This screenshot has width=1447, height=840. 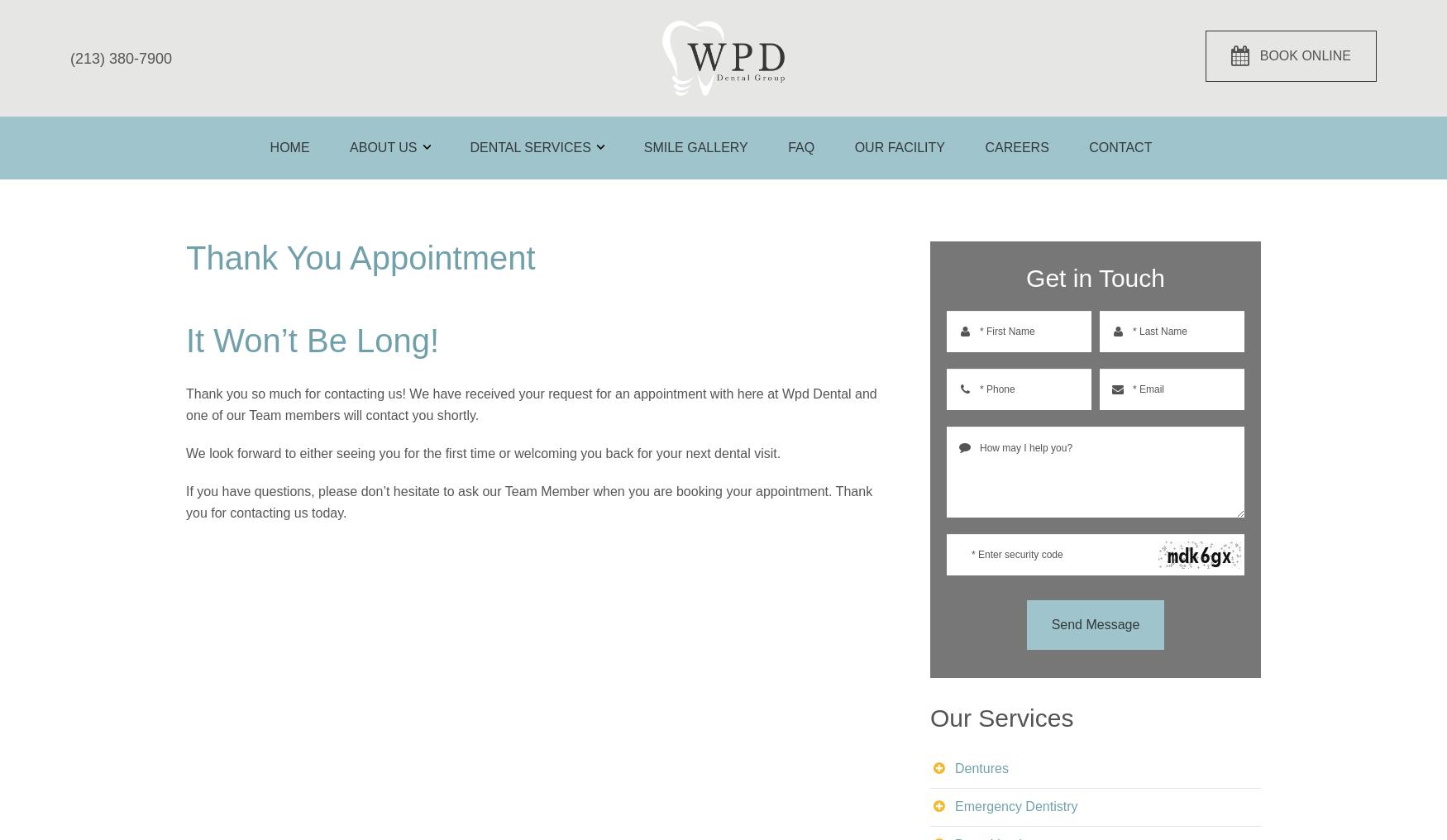 I want to click on 'Smile Gallery', so click(x=695, y=146).